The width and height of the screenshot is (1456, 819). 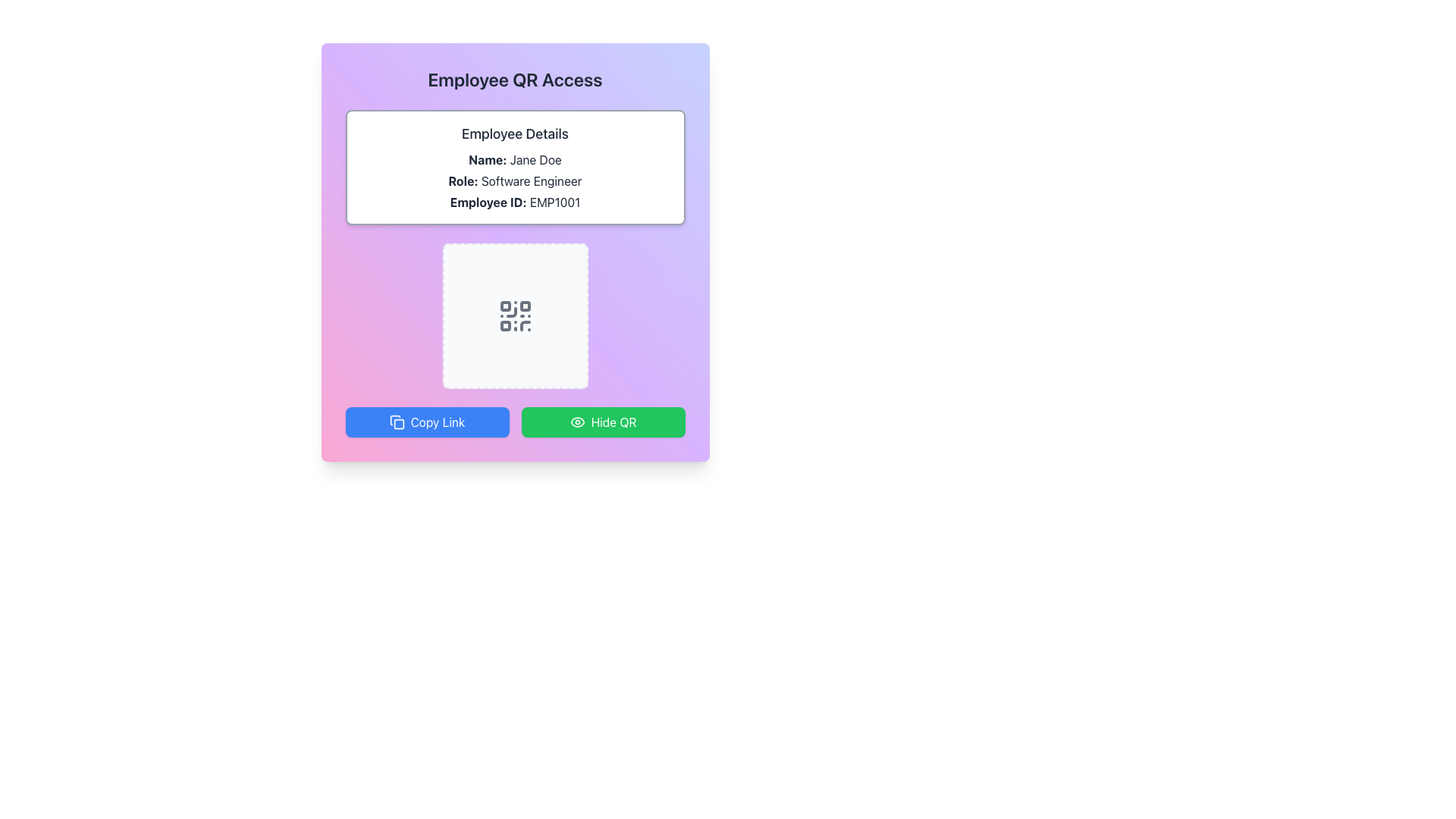 What do you see at coordinates (488, 201) in the screenshot?
I see `the label containing the text 'Employee ID:' which is styled in bold and located beneath the 'Role:' field in the 'Employee Details' panel` at bounding box center [488, 201].